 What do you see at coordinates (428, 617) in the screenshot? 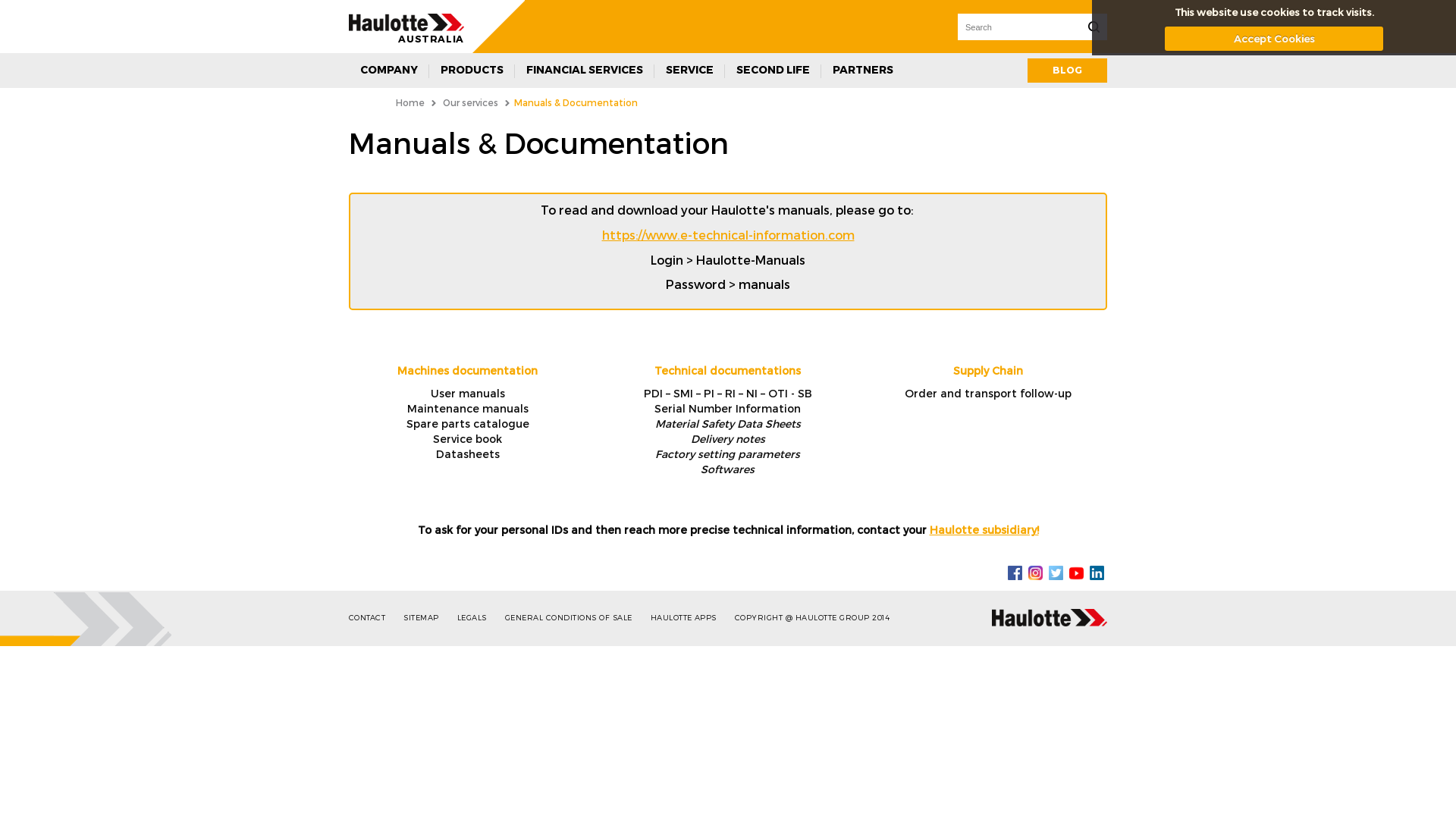
I see `'SITEMAP'` at bounding box center [428, 617].